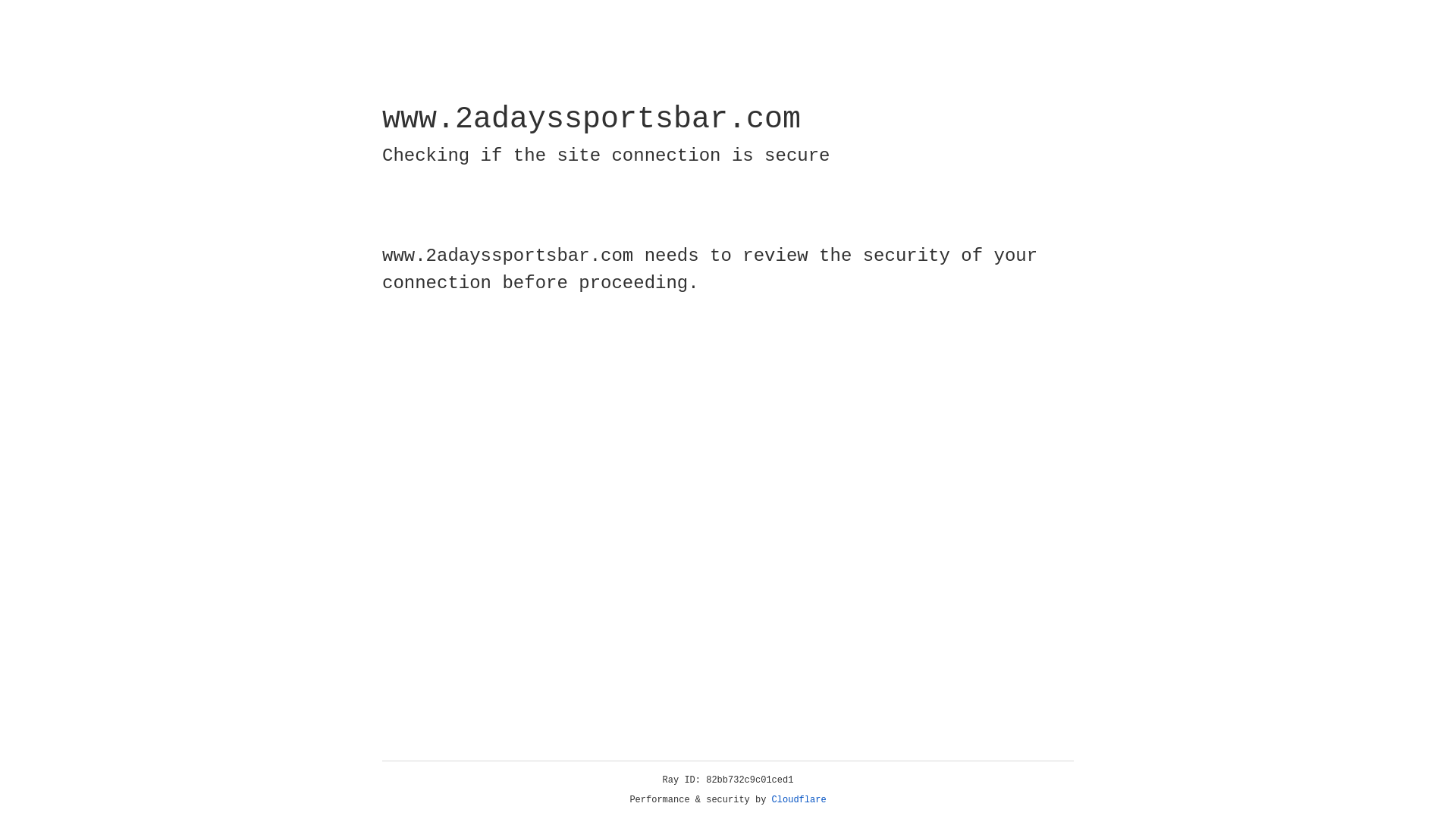  I want to click on 'Cloudflare', so click(799, 799).